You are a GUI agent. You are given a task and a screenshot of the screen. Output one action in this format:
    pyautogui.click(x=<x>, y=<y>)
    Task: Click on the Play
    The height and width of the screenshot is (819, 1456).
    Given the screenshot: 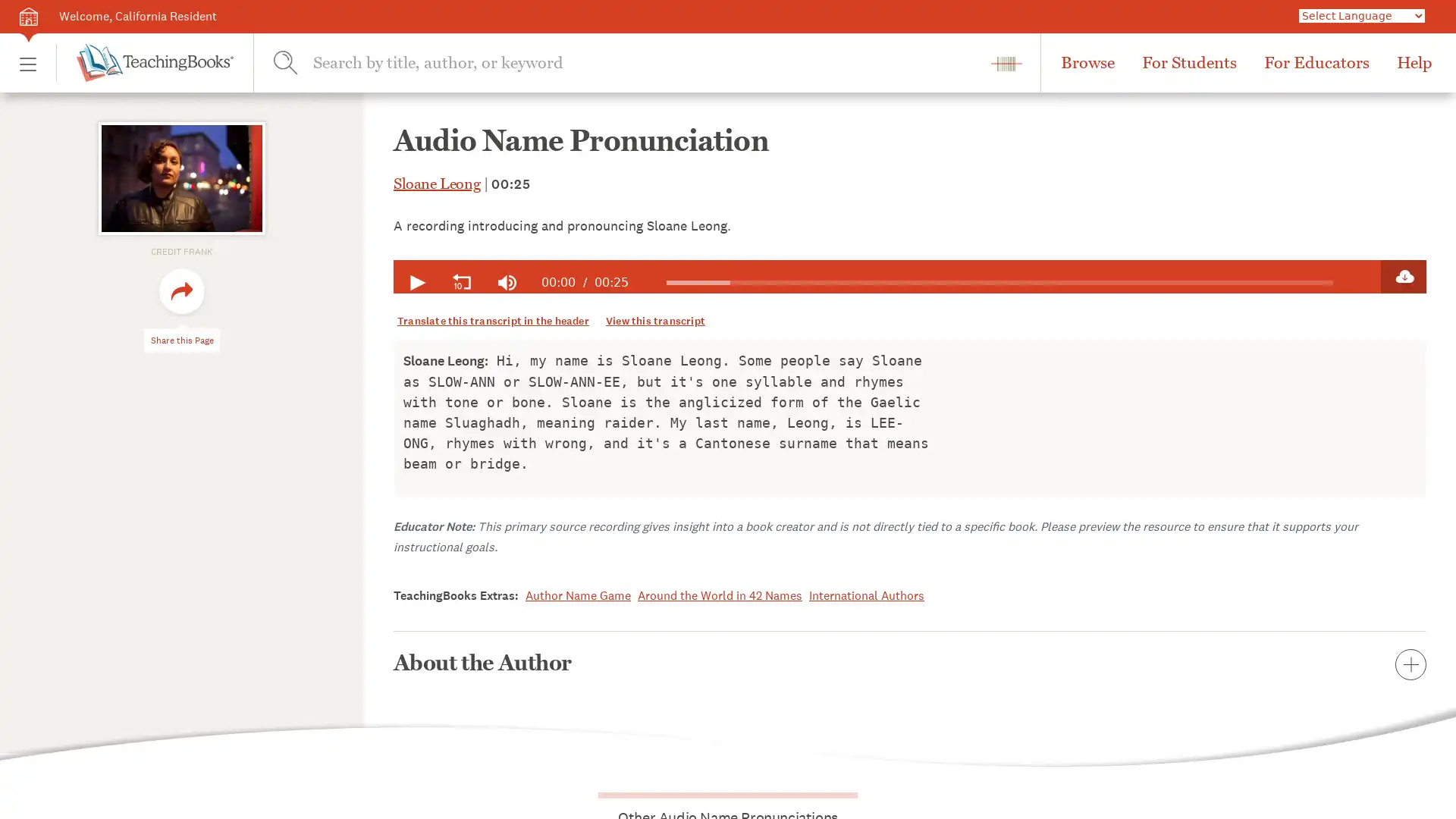 What is the action you would take?
    pyautogui.click(x=416, y=283)
    